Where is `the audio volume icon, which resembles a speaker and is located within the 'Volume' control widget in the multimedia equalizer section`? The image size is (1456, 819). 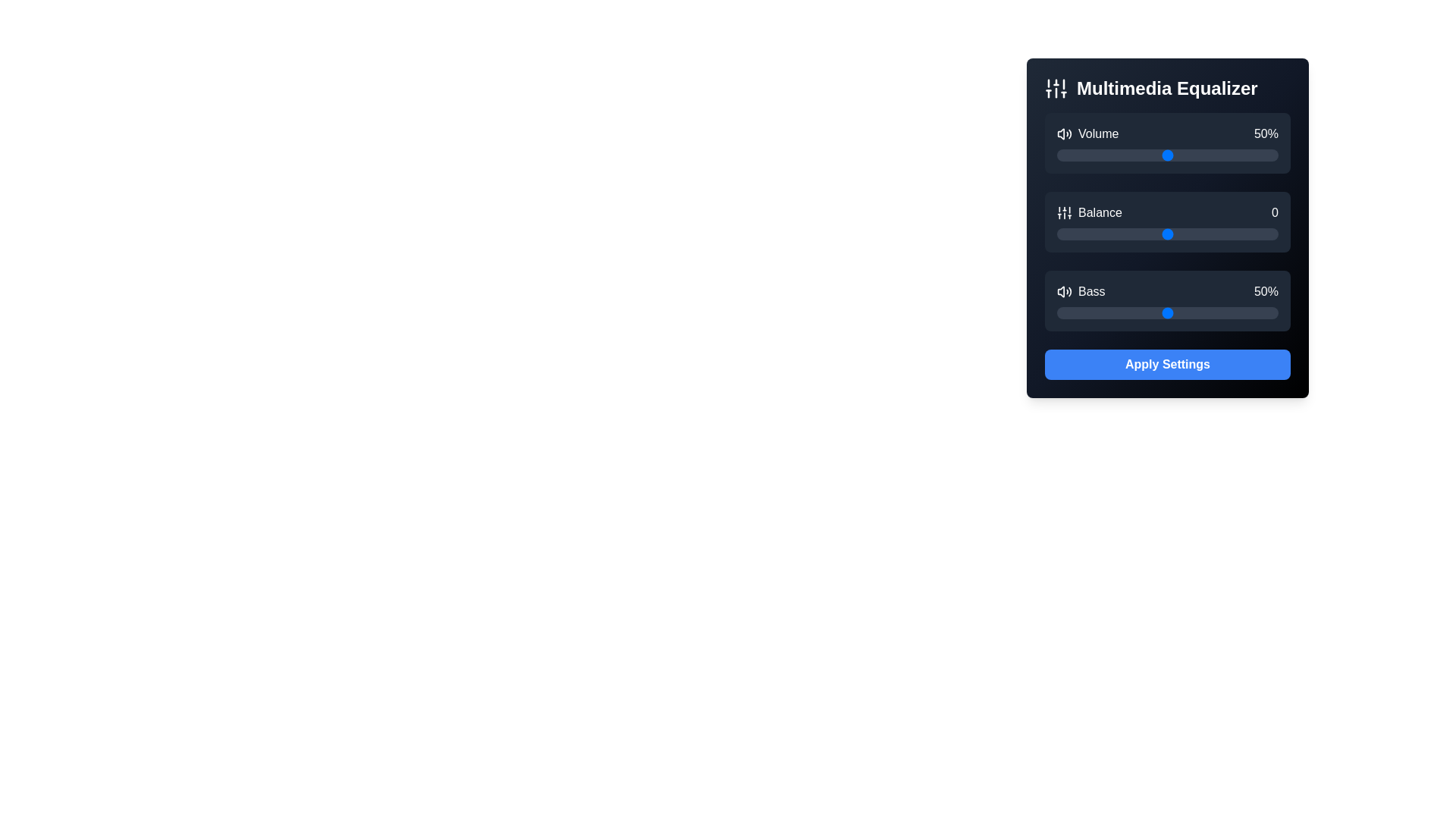 the audio volume icon, which resembles a speaker and is located within the 'Volume' control widget in the multimedia equalizer section is located at coordinates (1060, 133).